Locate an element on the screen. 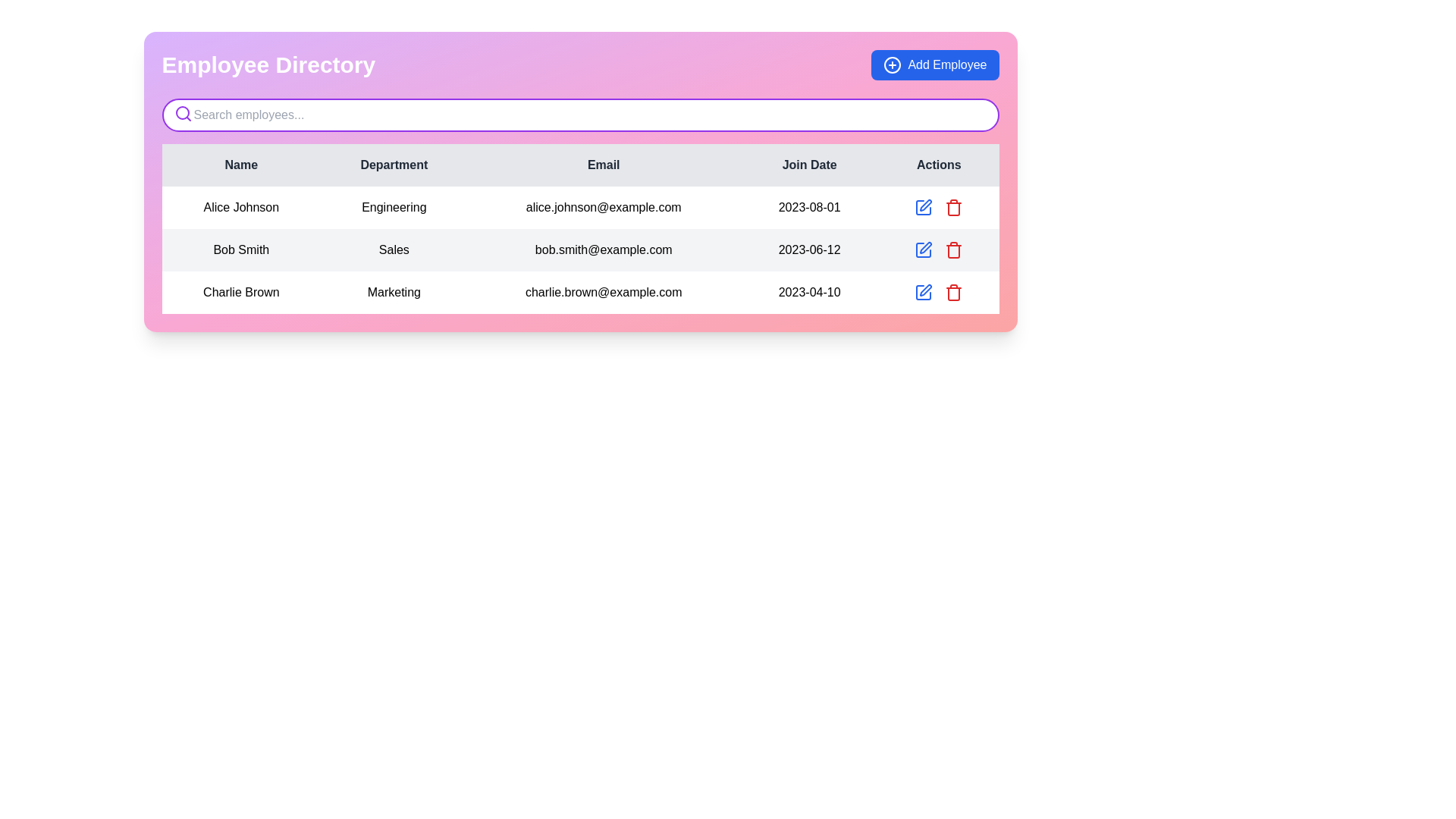  text displayed in the Text Label showing the join date information for Alice Johnson, located in the fourth column of the first row under the 'Join Date' header is located at coordinates (808, 207).